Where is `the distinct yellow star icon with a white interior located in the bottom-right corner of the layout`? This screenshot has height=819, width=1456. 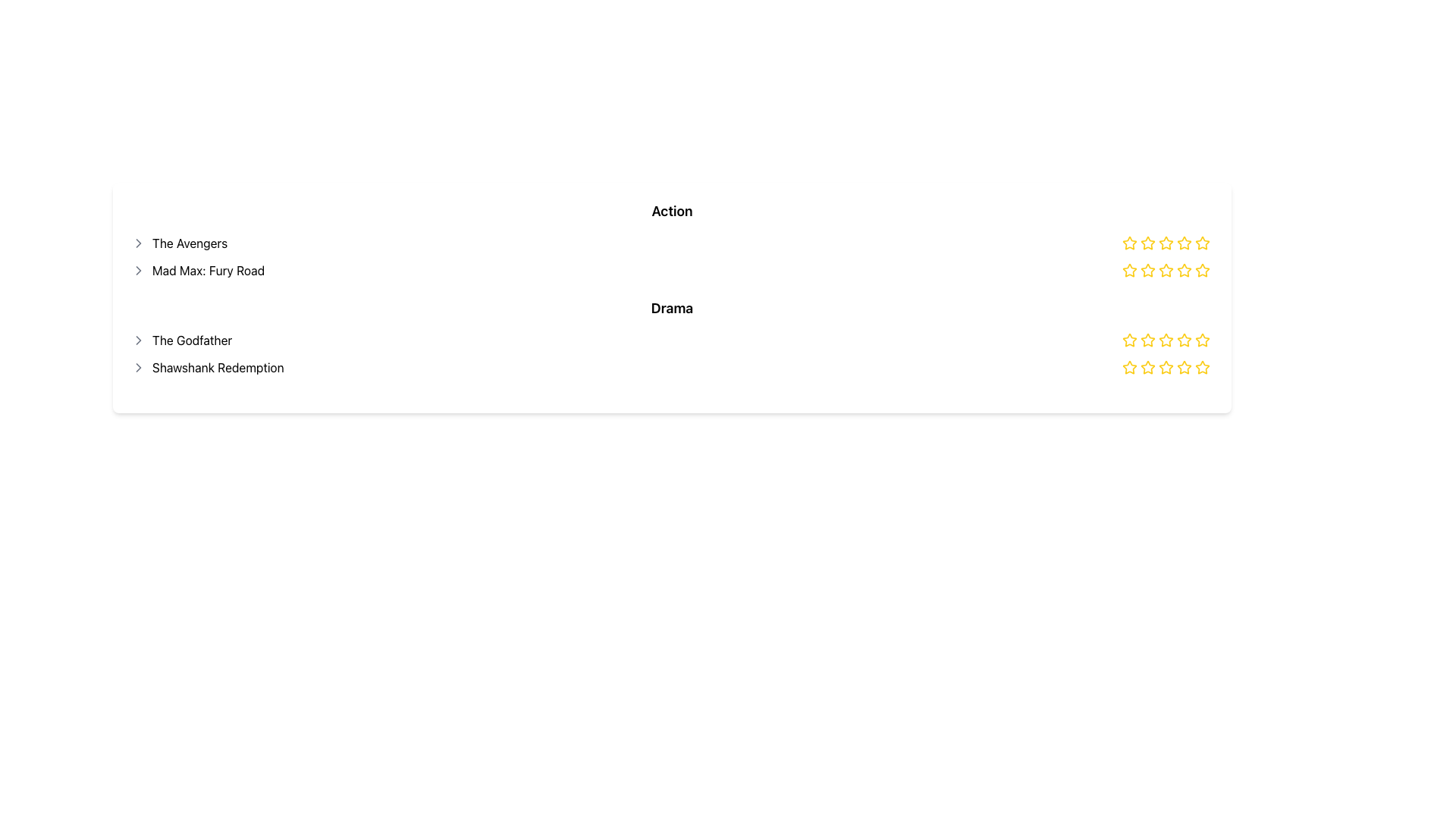 the distinct yellow star icon with a white interior located in the bottom-right corner of the layout is located at coordinates (1183, 367).